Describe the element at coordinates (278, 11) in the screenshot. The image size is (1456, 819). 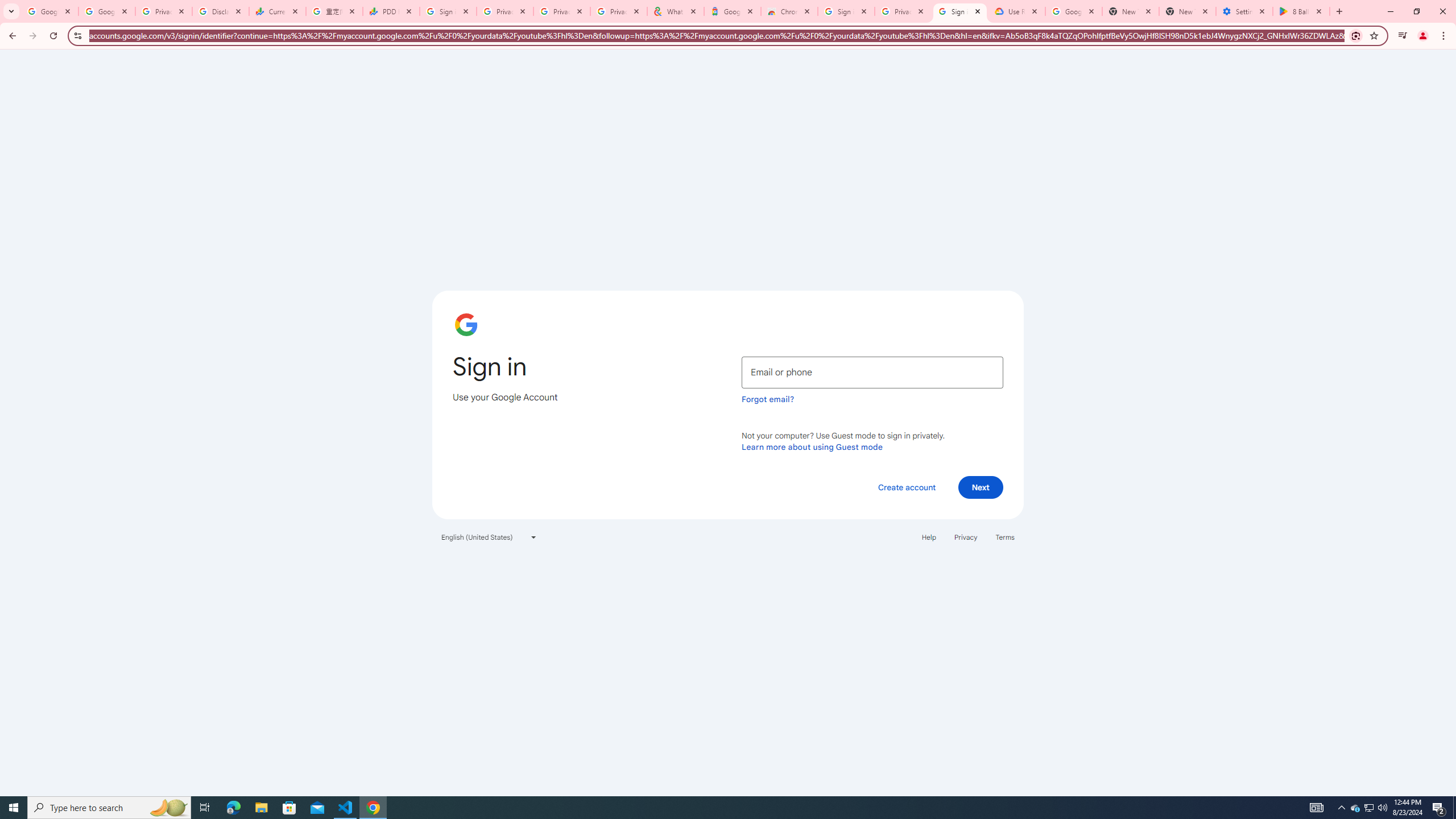
I see `'Currencies - Google Finance'` at that location.